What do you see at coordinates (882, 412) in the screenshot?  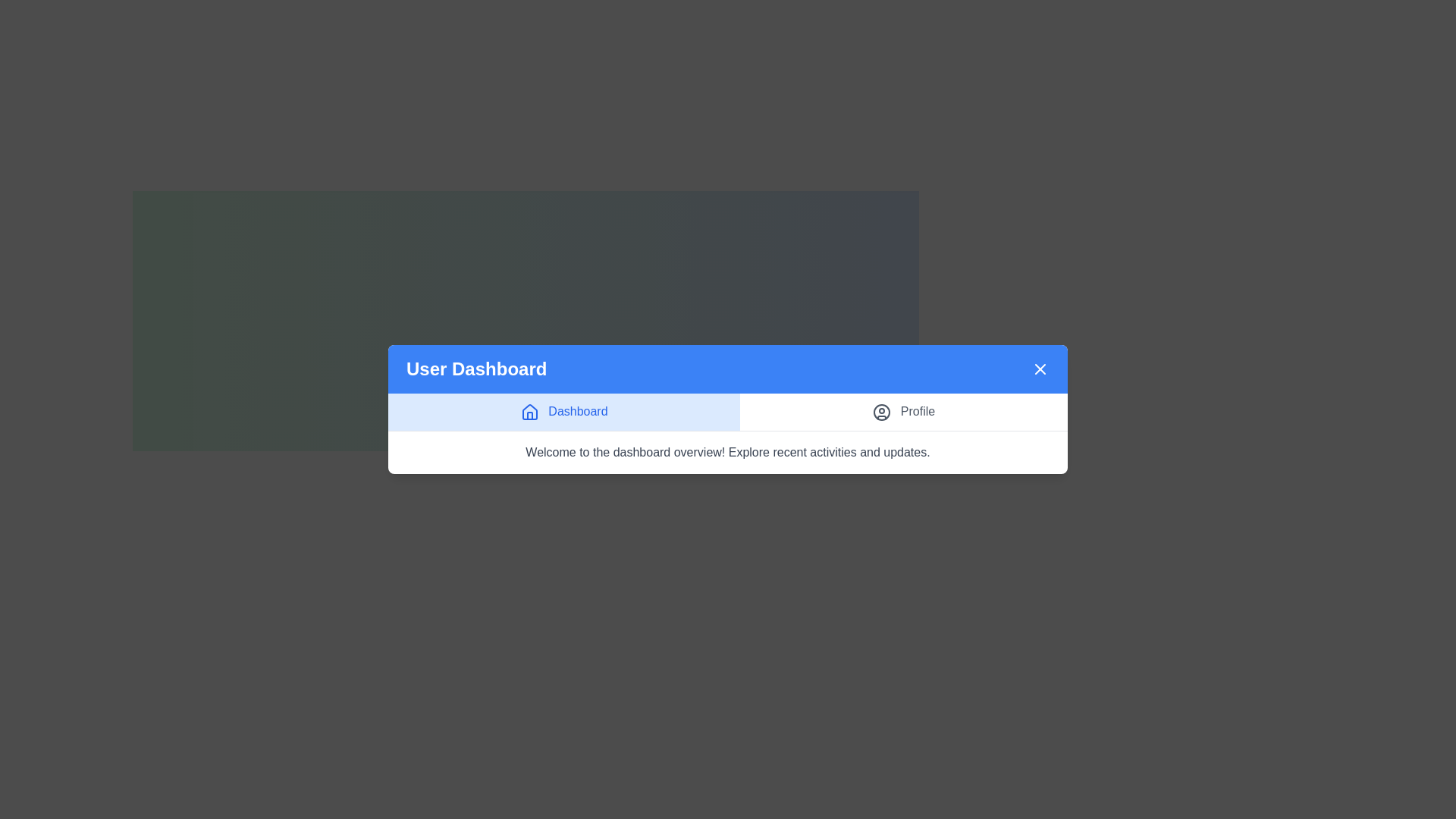 I see `the user profile icon in the 'Profile' tab located in the header section of the 'User Dashboard'` at bounding box center [882, 412].